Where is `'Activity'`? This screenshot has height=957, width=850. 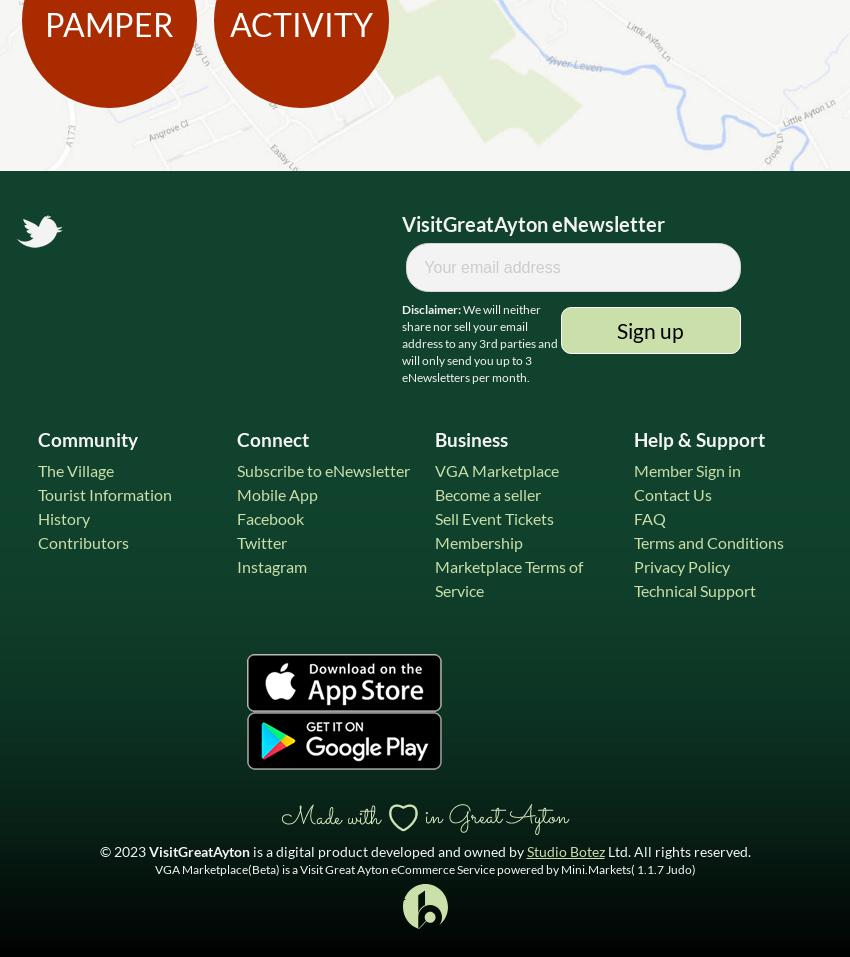
'Activity' is located at coordinates (301, 22).